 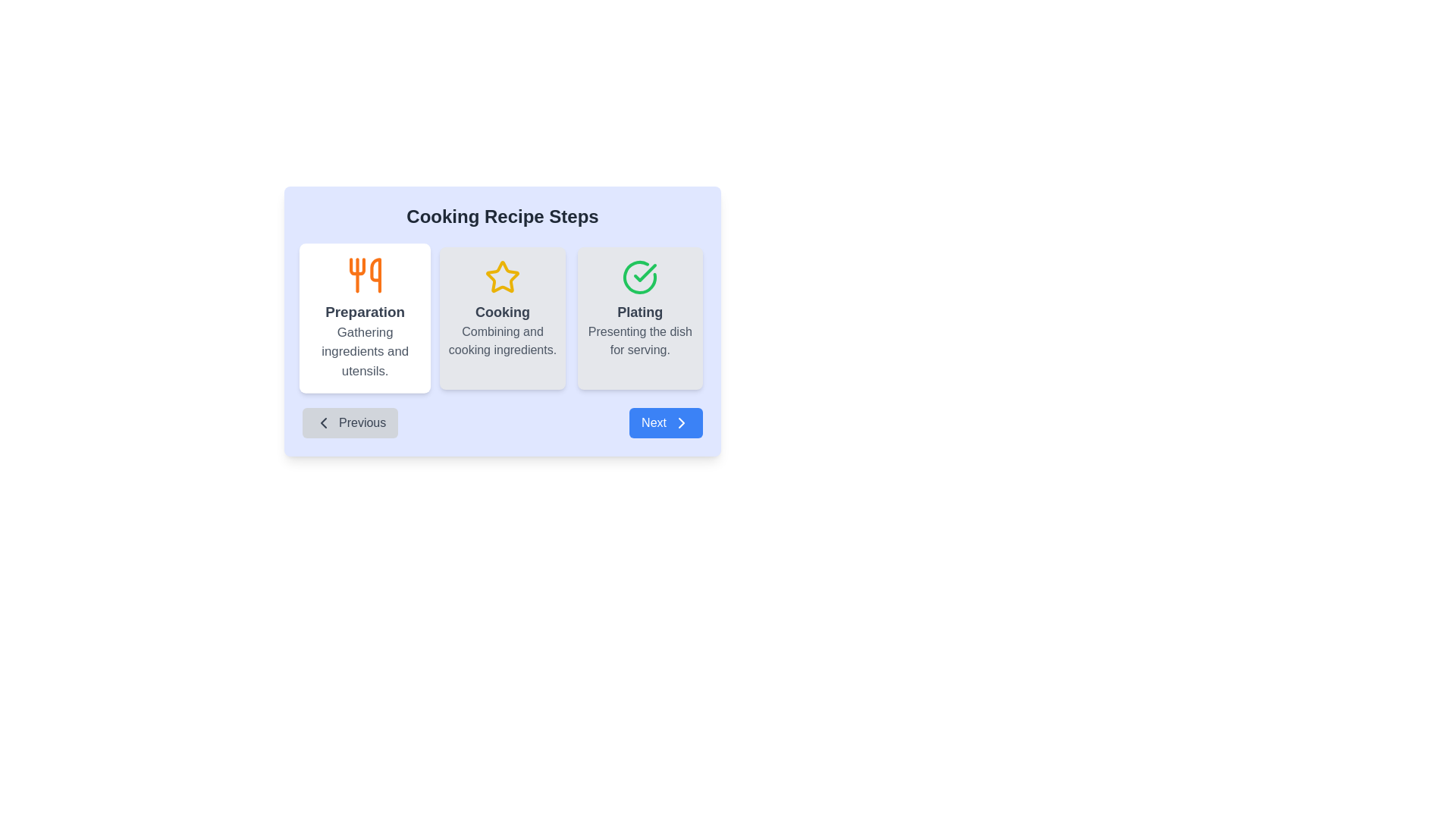 What do you see at coordinates (365, 275) in the screenshot?
I see `the 'Preparation' step icon in the 'Cooking Recipe Steps' section, which is located in the leftmost card above the 'Preparation' text` at bounding box center [365, 275].